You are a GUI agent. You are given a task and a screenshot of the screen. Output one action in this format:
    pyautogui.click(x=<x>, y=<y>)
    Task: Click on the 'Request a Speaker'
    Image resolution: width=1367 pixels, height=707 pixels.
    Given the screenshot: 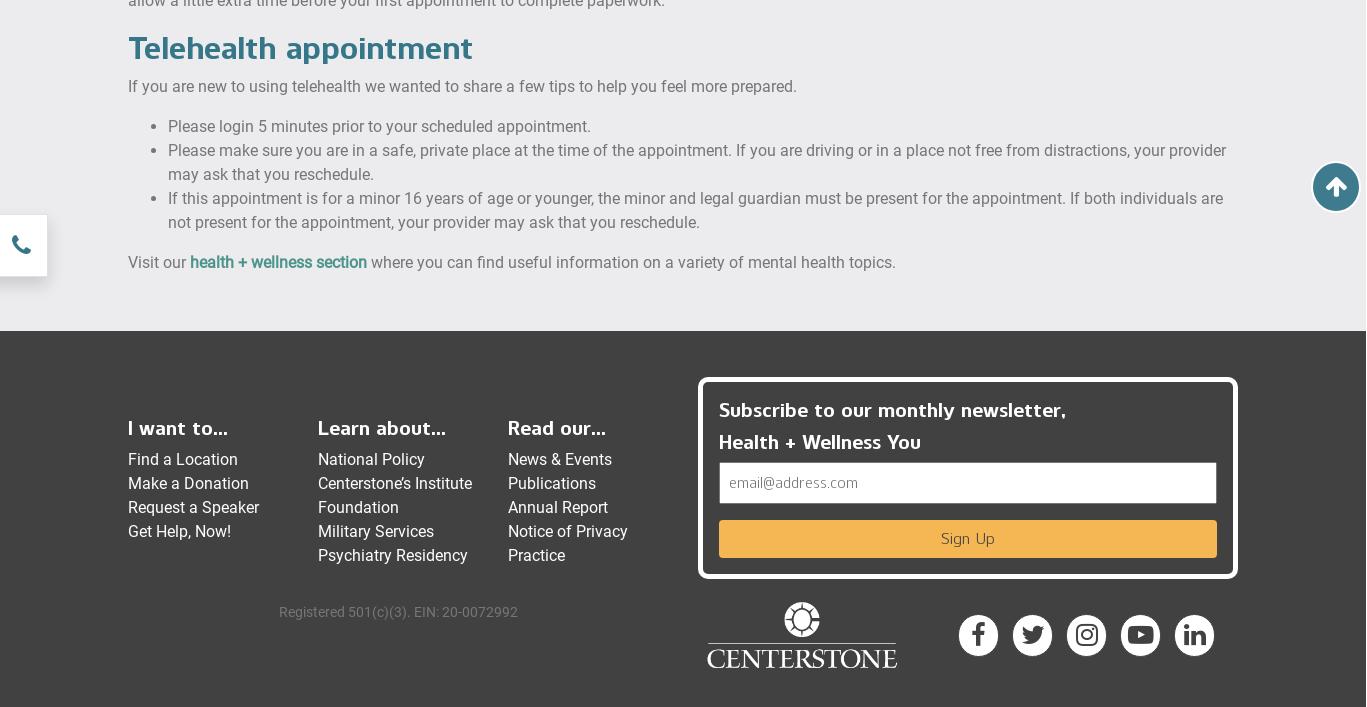 What is the action you would take?
    pyautogui.click(x=192, y=505)
    